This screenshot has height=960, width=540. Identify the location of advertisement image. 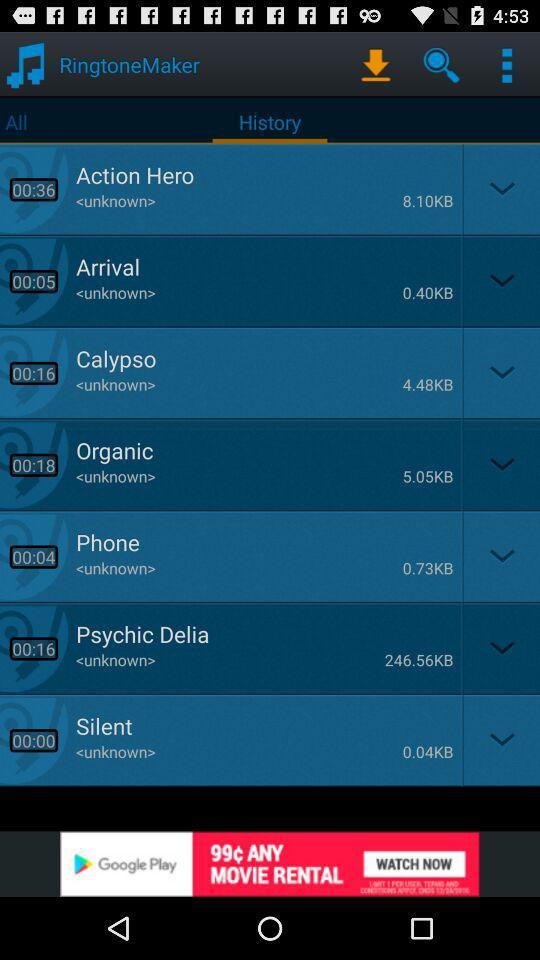
(270, 863).